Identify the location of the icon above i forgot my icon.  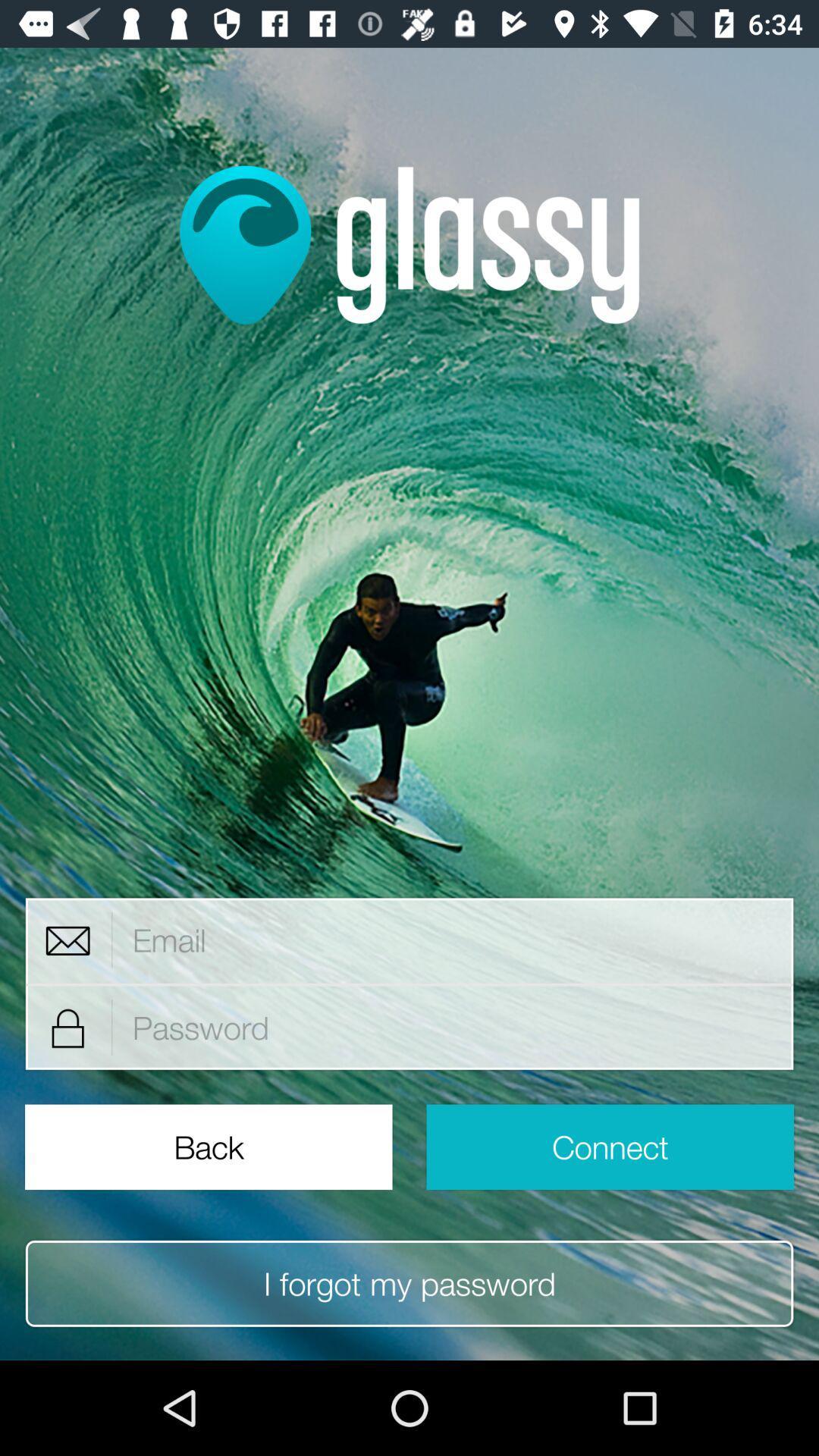
(609, 1147).